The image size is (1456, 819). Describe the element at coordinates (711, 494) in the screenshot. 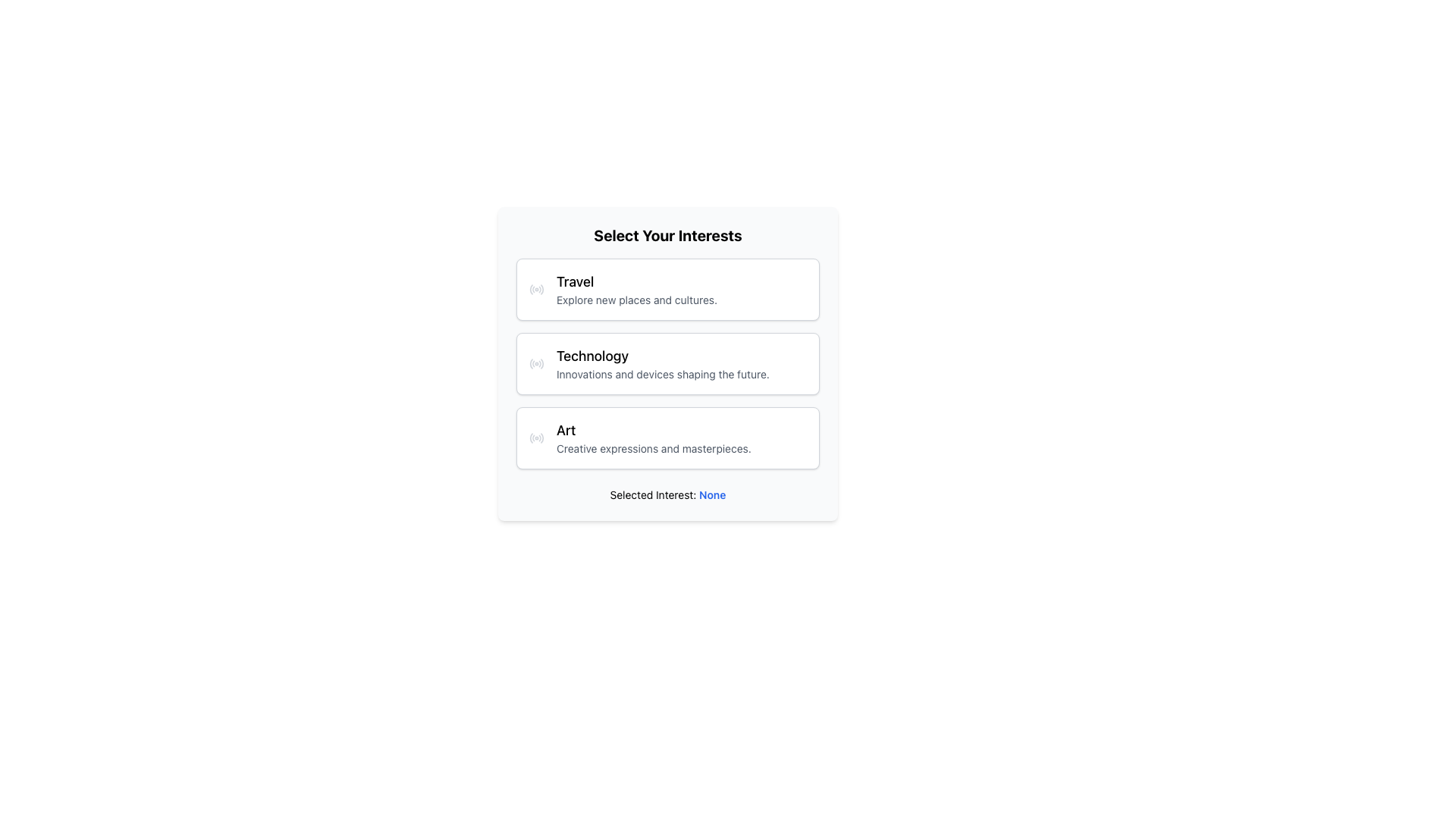

I see `text displayed in the Text label that indicates the currently selected interest, which is 'None'` at that location.